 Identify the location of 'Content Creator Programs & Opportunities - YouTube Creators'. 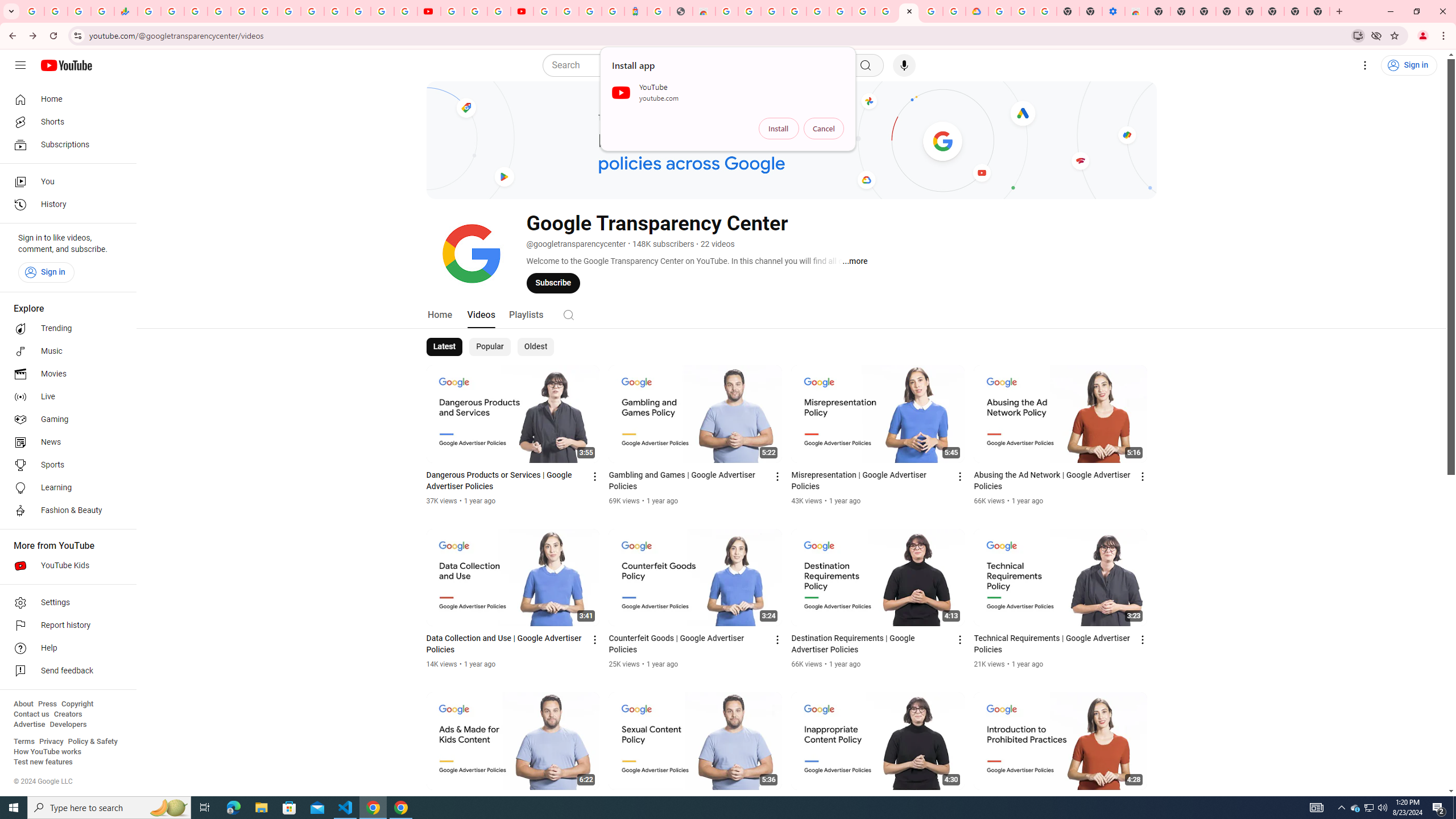
(522, 11).